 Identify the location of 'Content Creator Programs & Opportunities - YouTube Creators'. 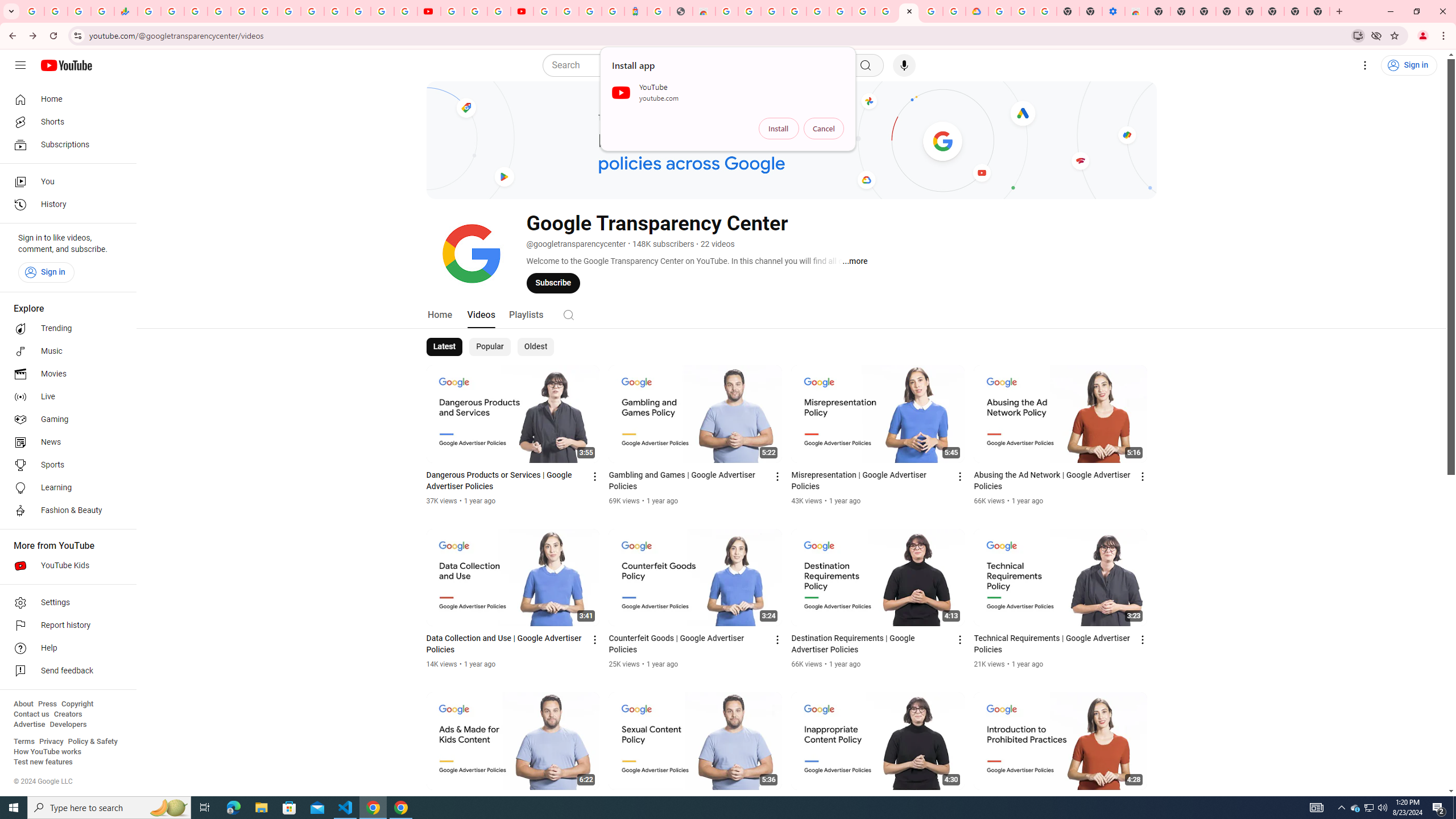
(522, 11).